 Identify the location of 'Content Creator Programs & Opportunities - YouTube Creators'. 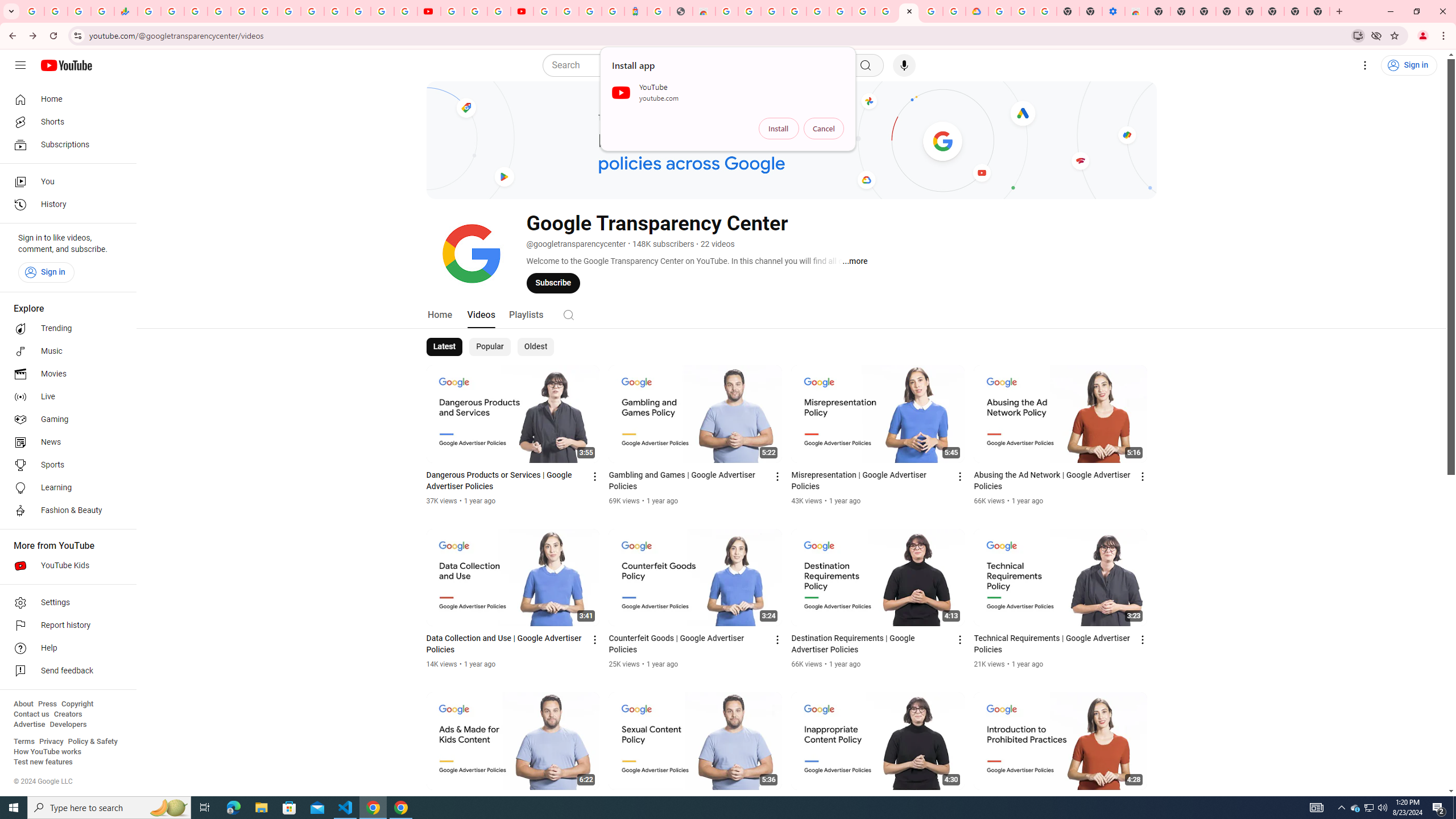
(522, 11).